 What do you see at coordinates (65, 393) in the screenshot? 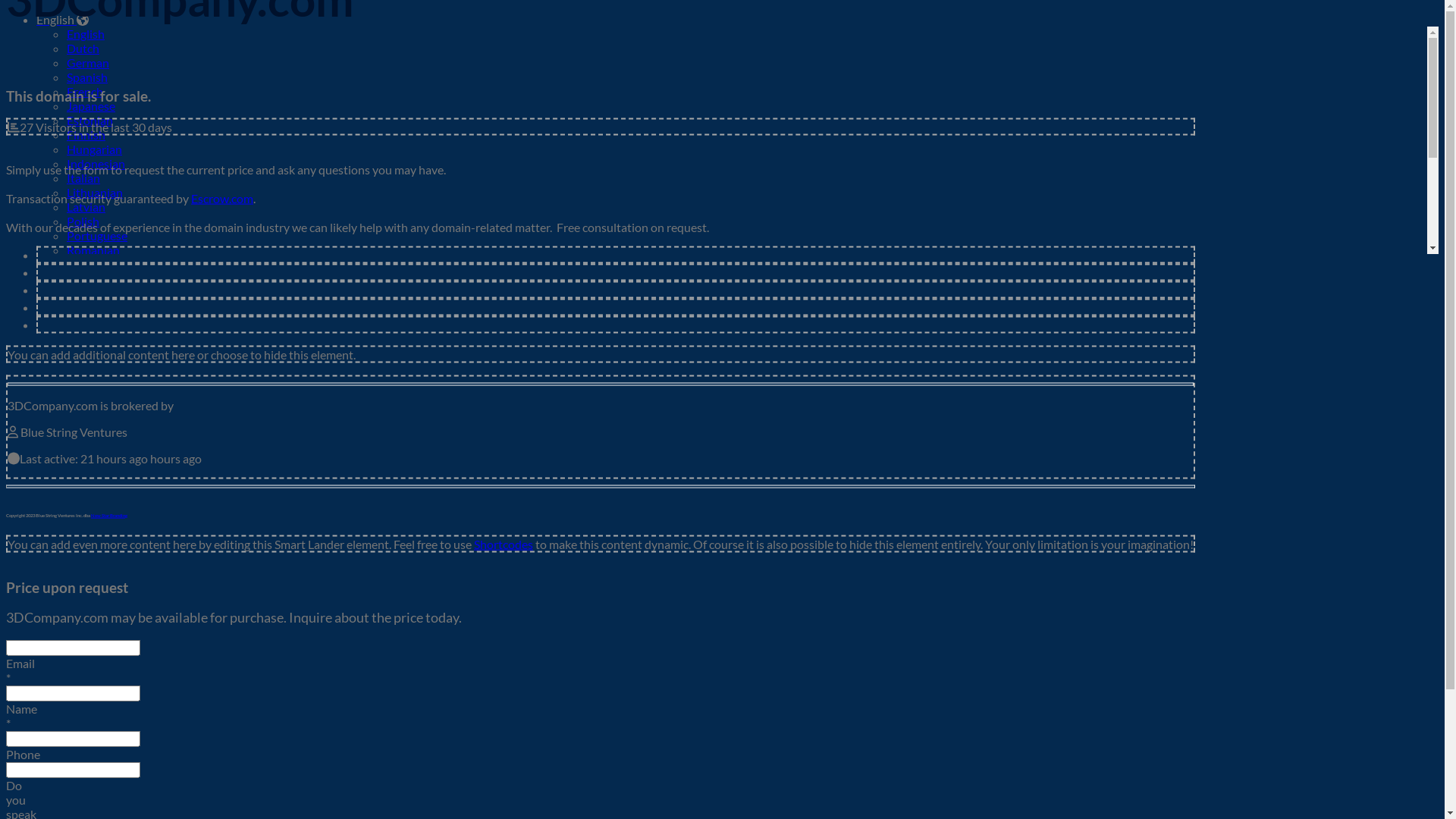
I see `'Danish'` at bounding box center [65, 393].